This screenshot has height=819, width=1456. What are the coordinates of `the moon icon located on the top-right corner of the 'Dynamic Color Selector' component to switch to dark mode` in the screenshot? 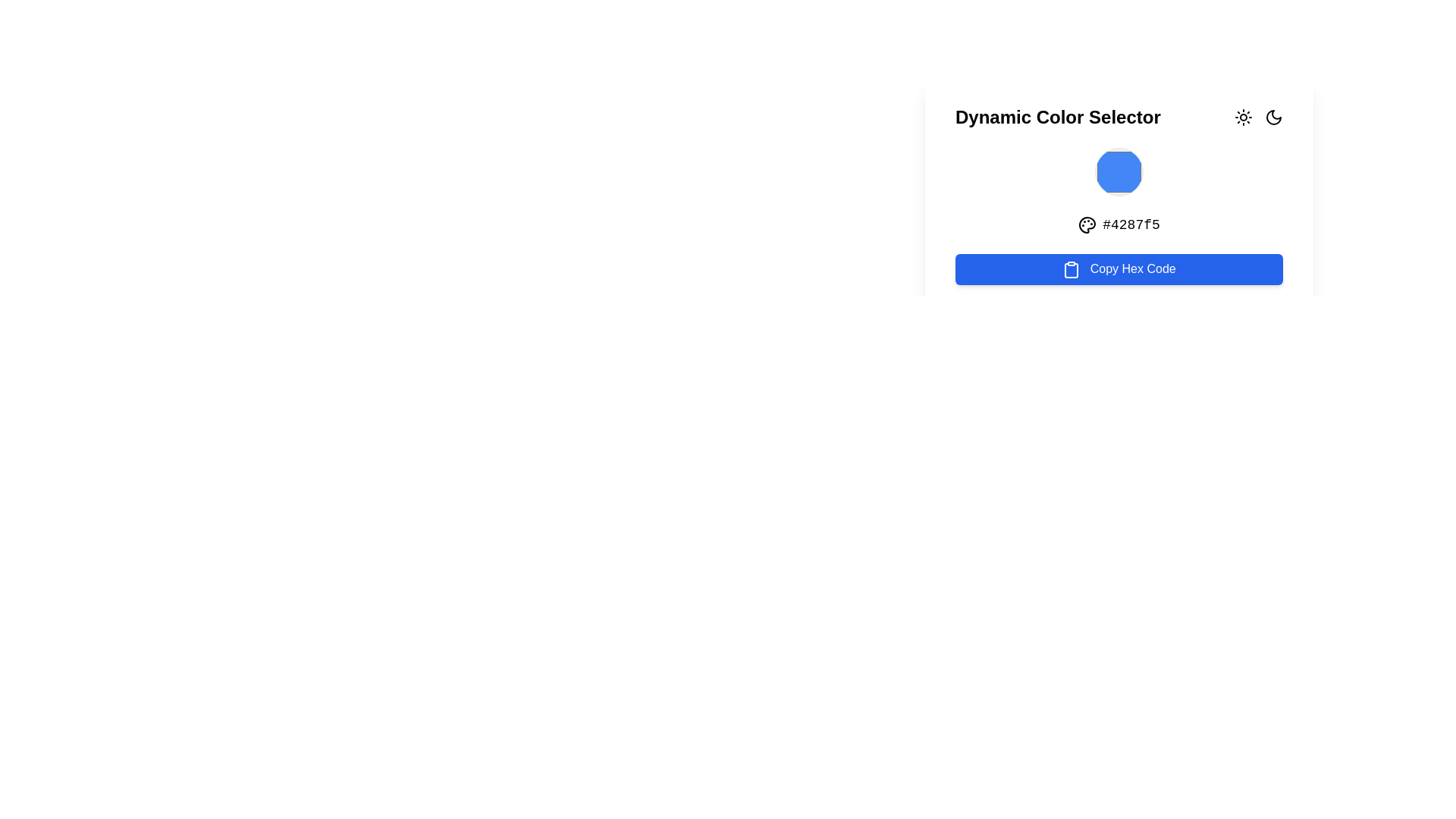 It's located at (1259, 116).